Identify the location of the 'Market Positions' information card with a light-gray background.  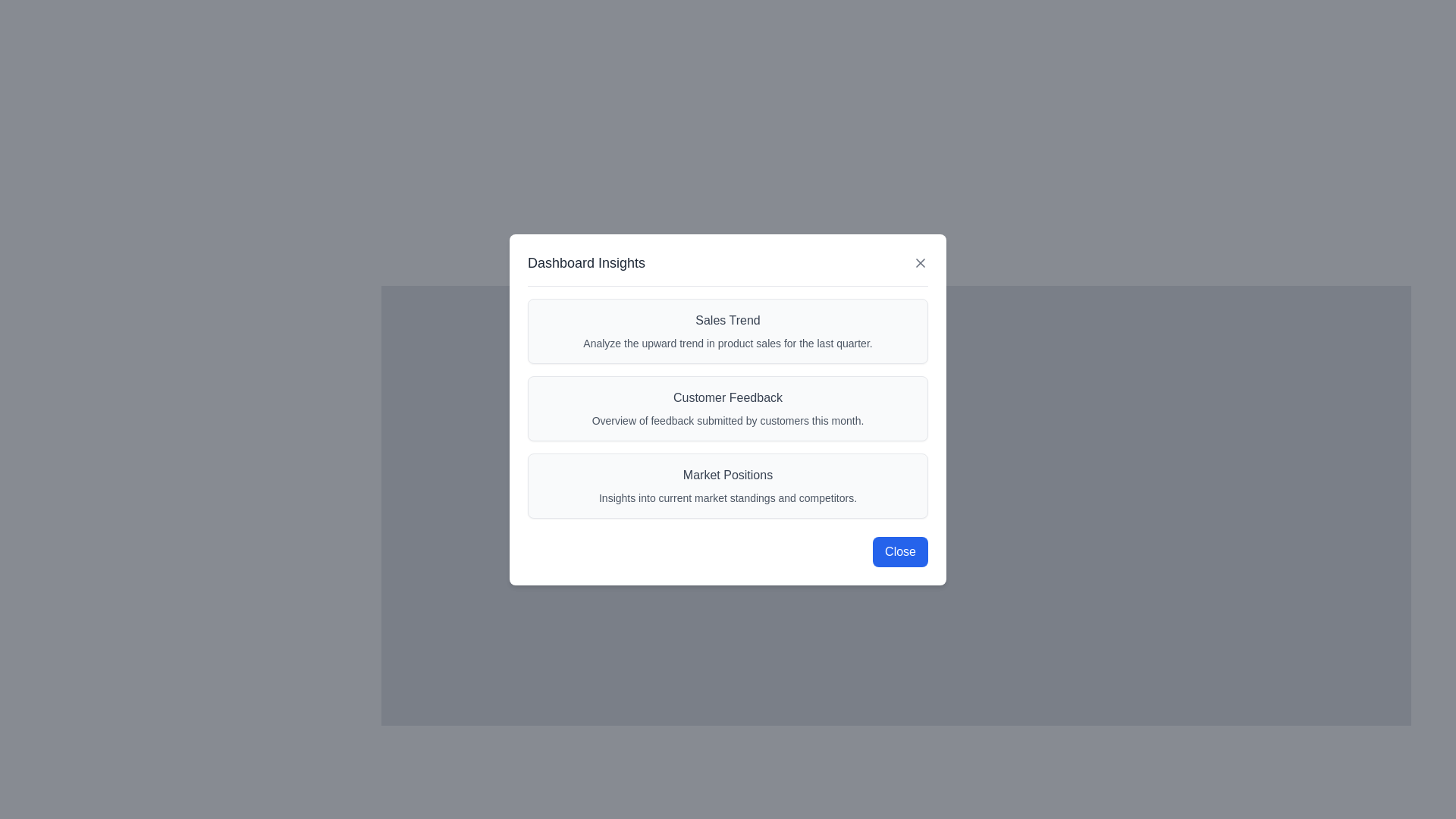
(728, 485).